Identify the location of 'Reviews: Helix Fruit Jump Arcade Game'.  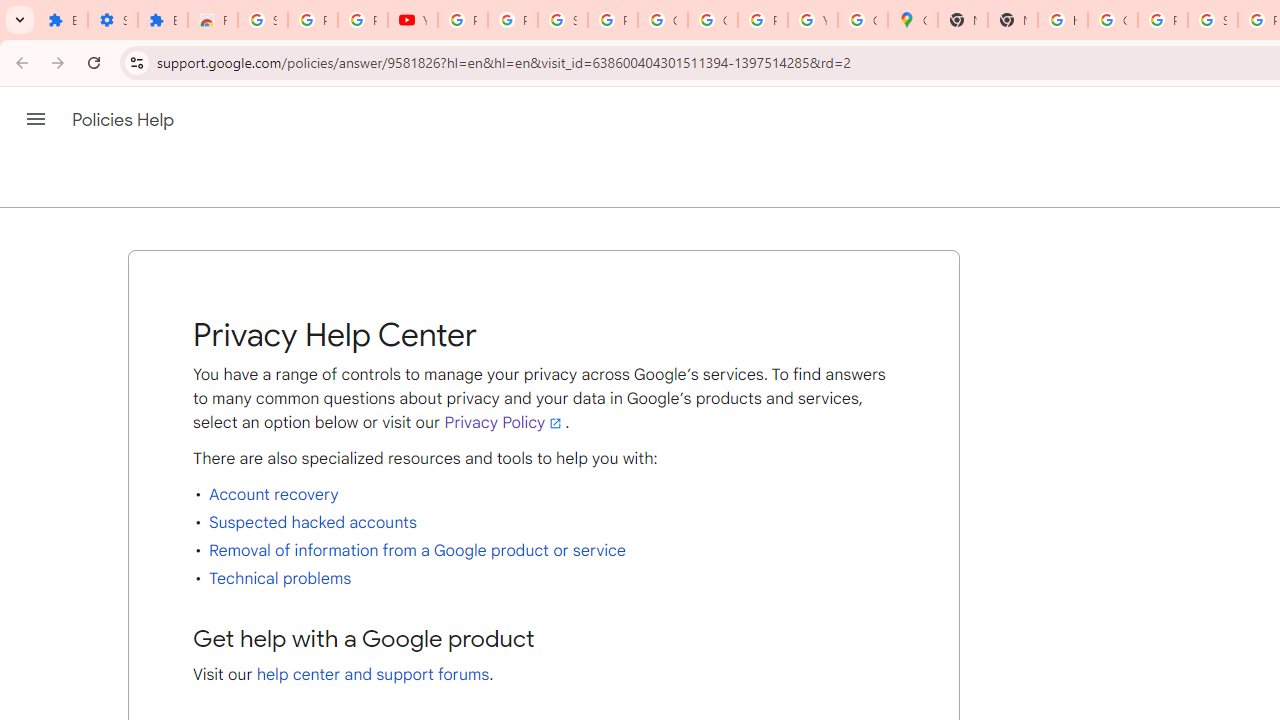
(213, 20).